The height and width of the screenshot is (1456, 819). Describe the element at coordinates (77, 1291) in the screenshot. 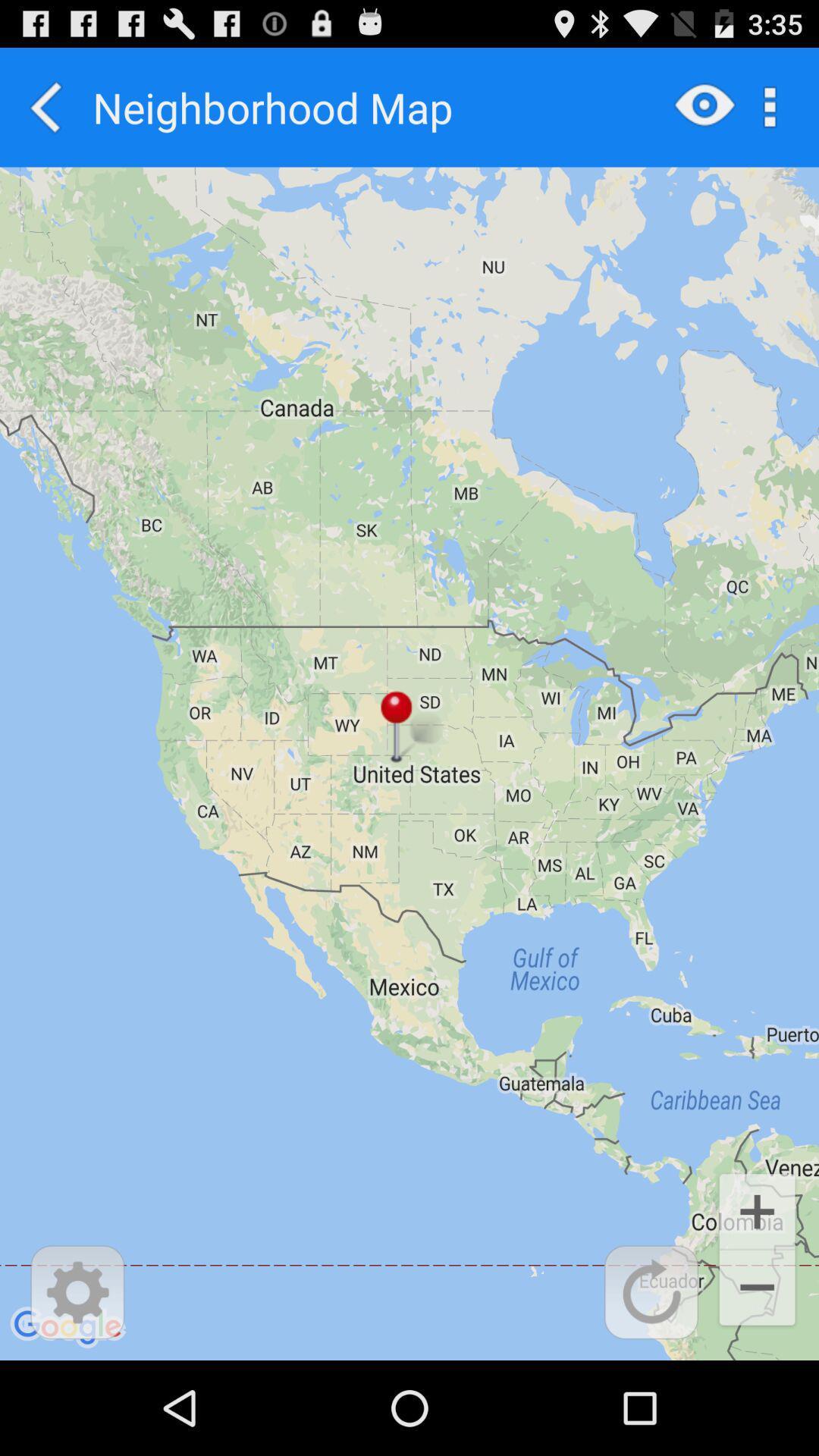

I see `settings icon` at that location.